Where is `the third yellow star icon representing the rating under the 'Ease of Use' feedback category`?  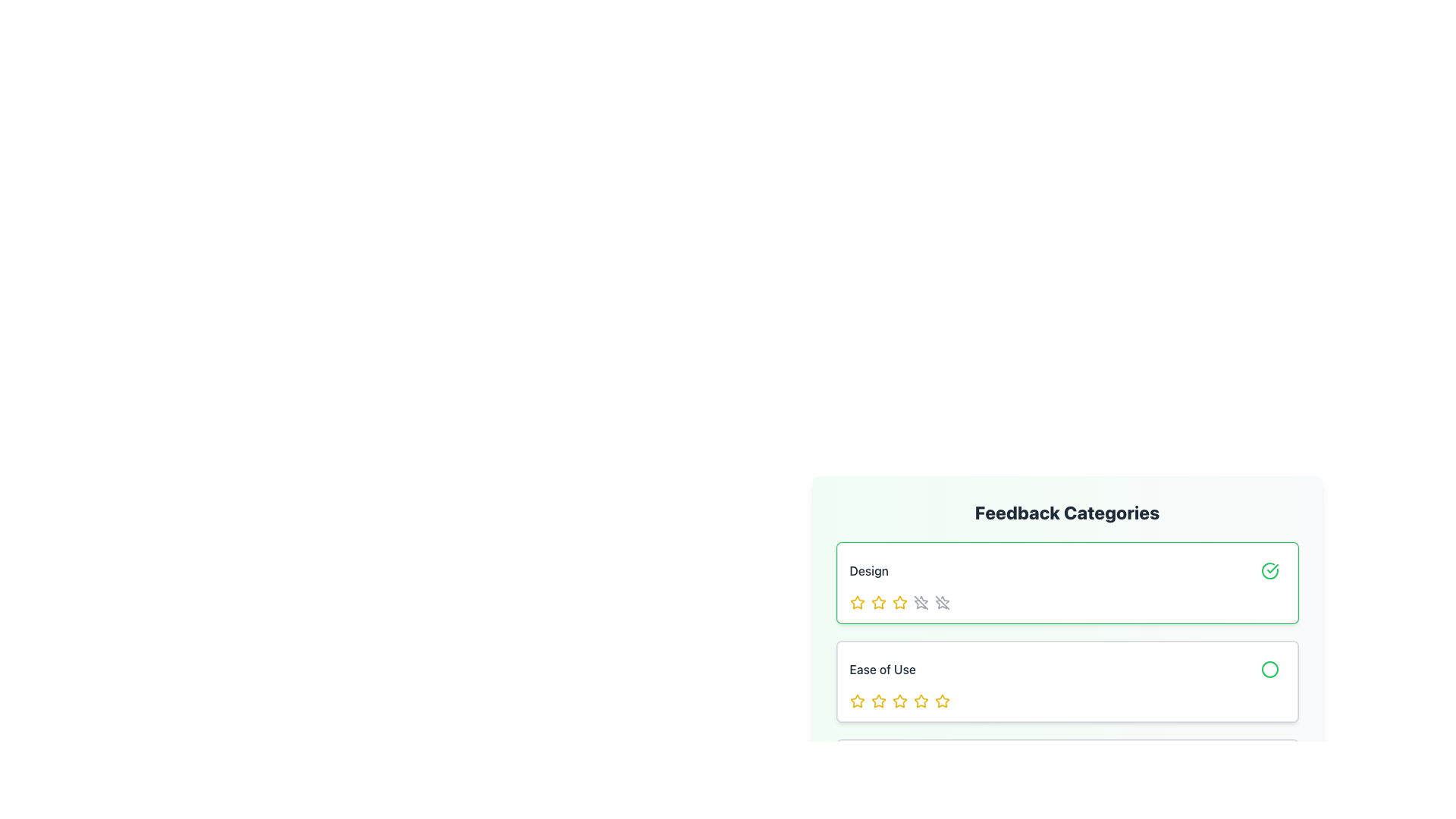 the third yellow star icon representing the rating under the 'Ease of Use' feedback category is located at coordinates (899, 701).